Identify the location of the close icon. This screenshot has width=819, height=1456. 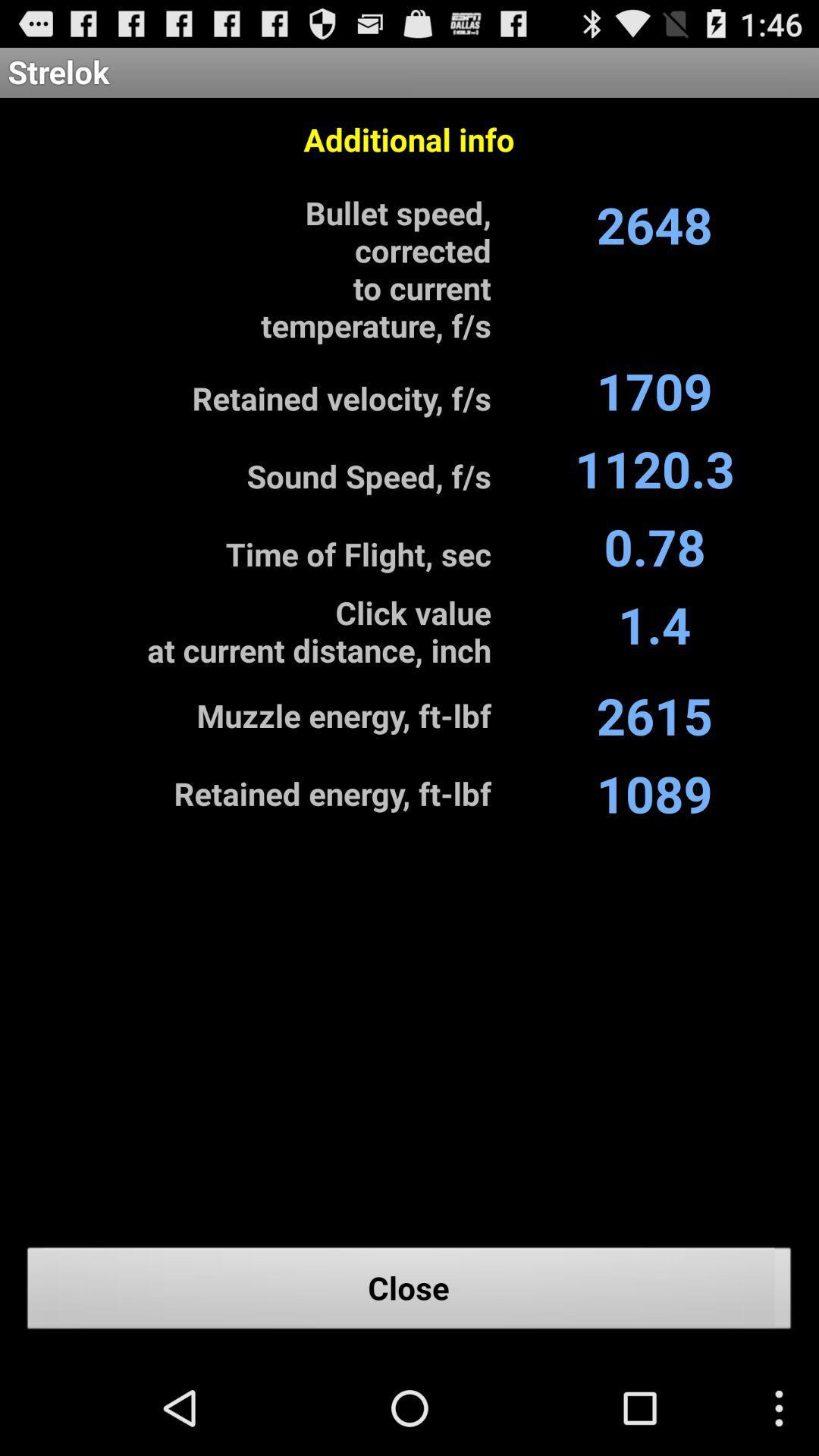
(409, 1291).